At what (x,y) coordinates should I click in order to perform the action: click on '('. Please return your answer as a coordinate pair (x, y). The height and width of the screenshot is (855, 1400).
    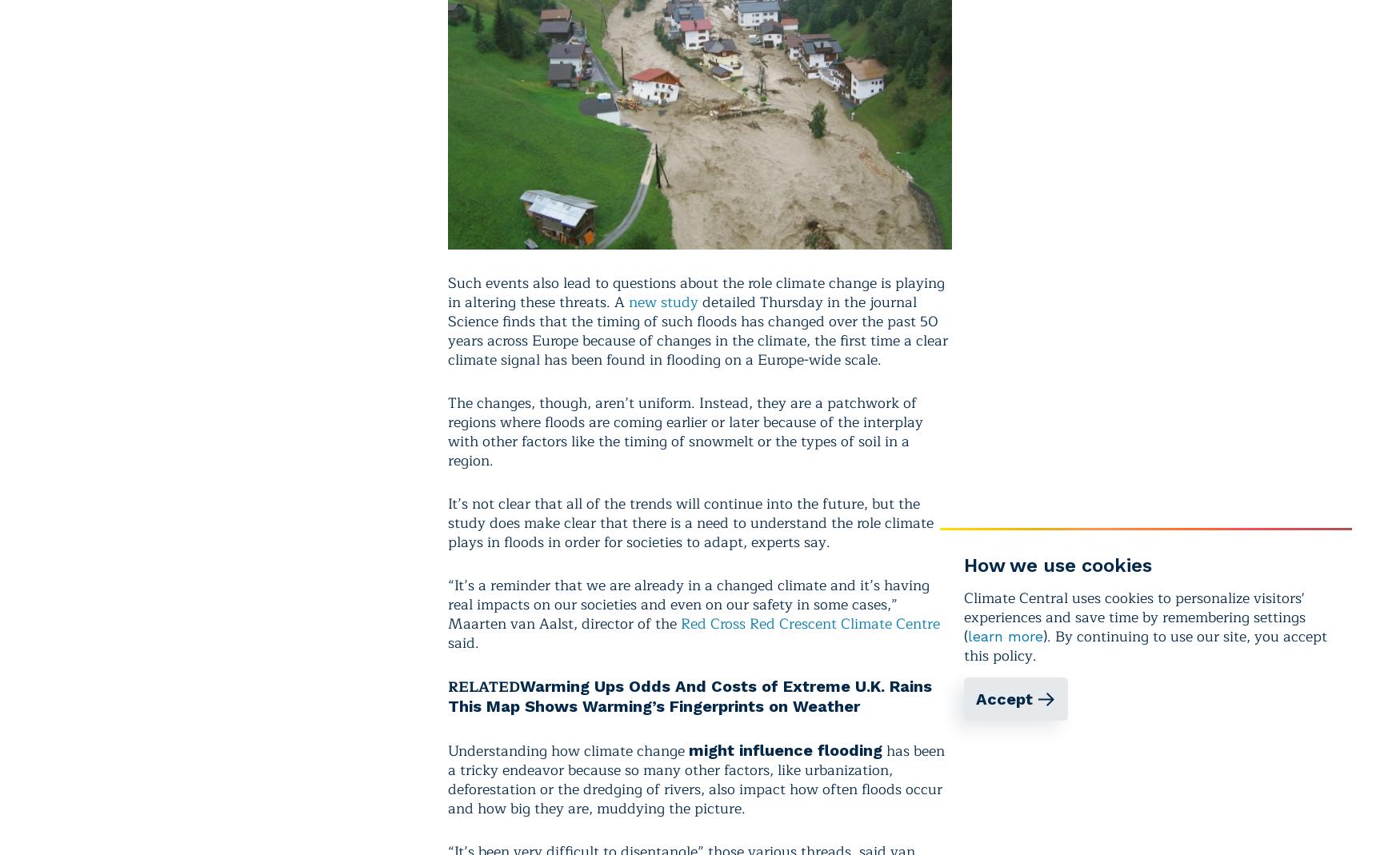
    Looking at the image, I should click on (966, 636).